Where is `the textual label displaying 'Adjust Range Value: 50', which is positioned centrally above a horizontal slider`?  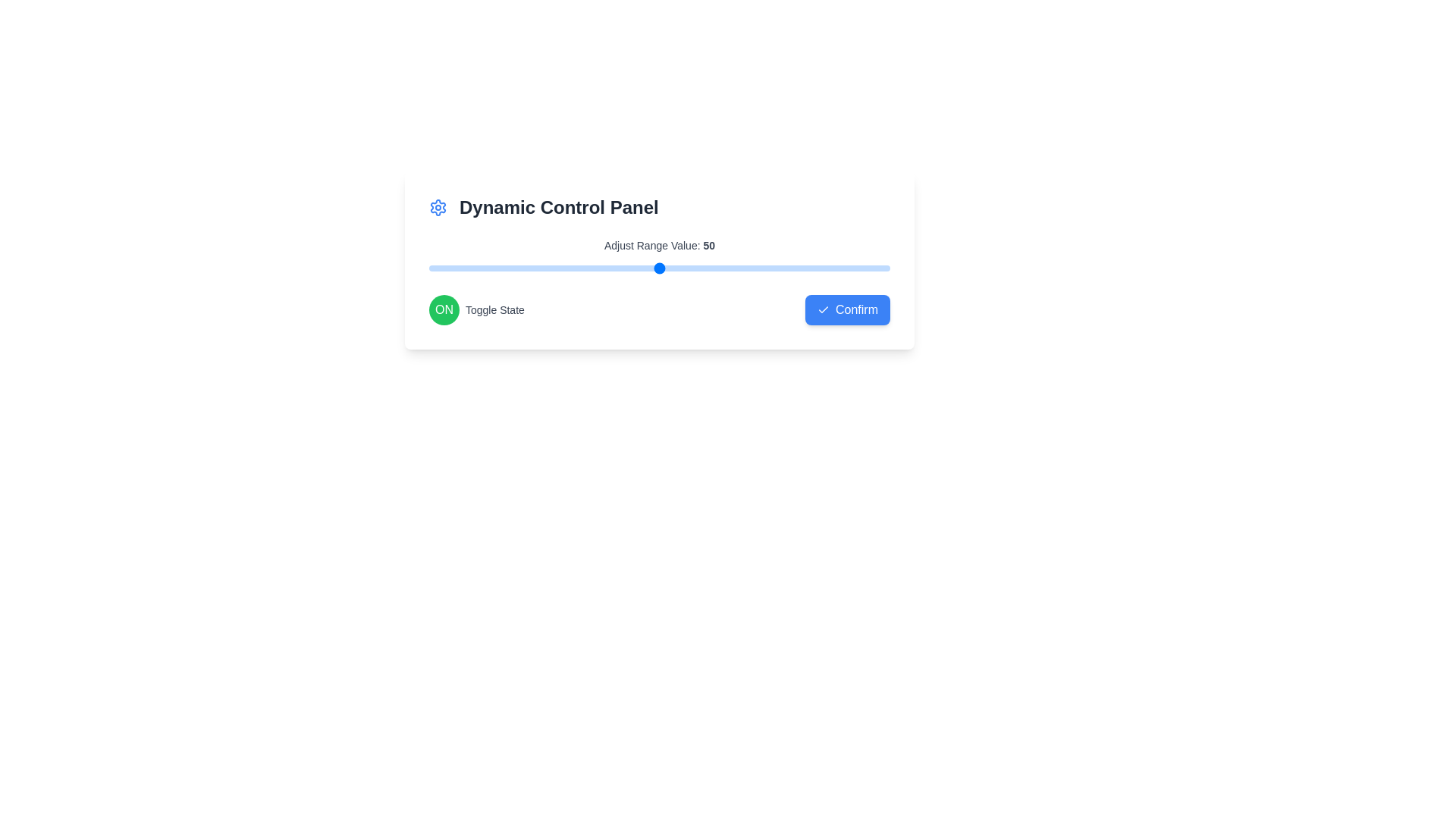
the textual label displaying 'Adjust Range Value: 50', which is positioned centrally above a horizontal slider is located at coordinates (659, 245).